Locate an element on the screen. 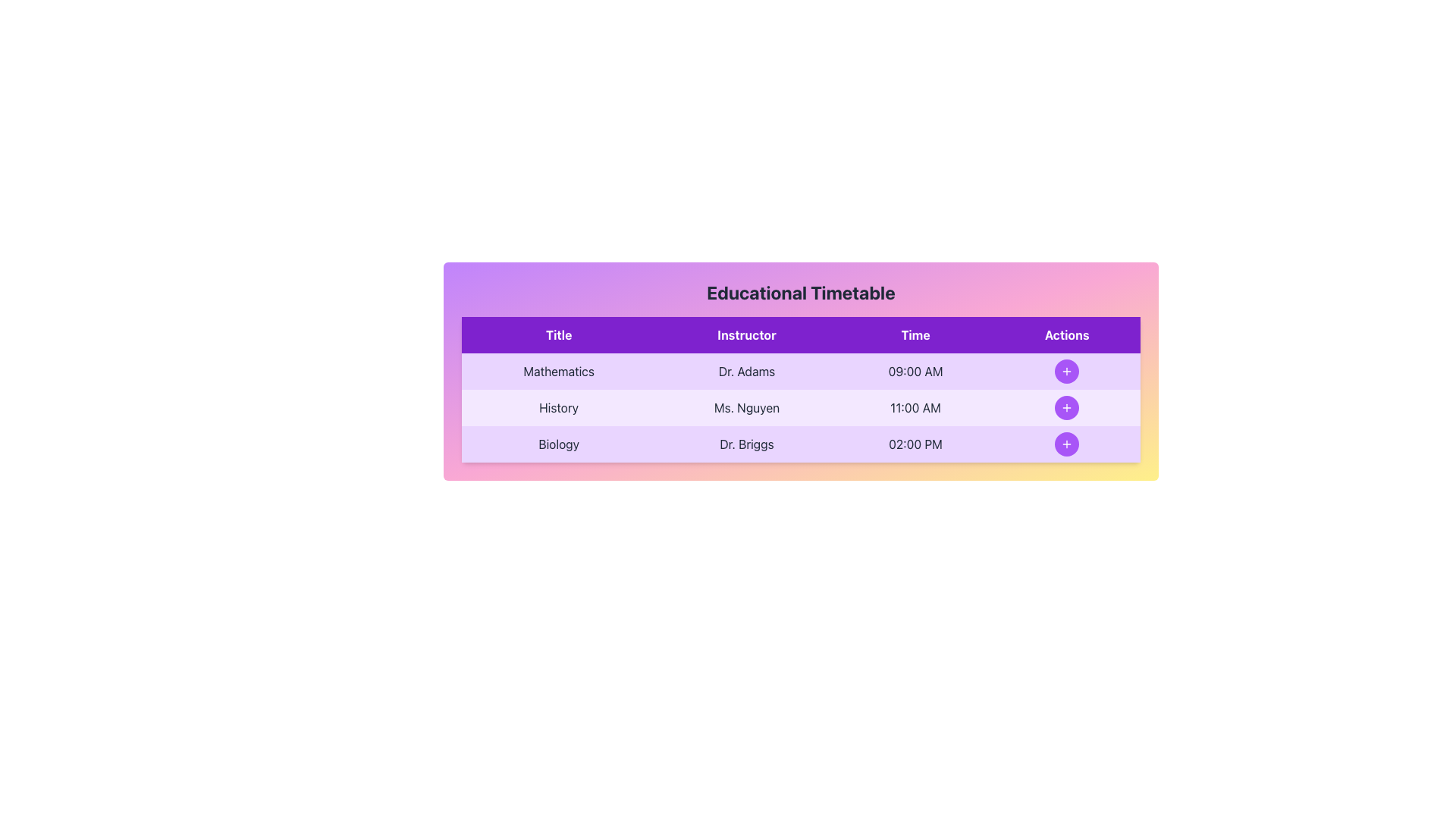  the circular button with a purple background and white plus icon located in the last column of the row labeled 'History', 'Ms. Nguyen', and '11:00 AM' is located at coordinates (1066, 406).